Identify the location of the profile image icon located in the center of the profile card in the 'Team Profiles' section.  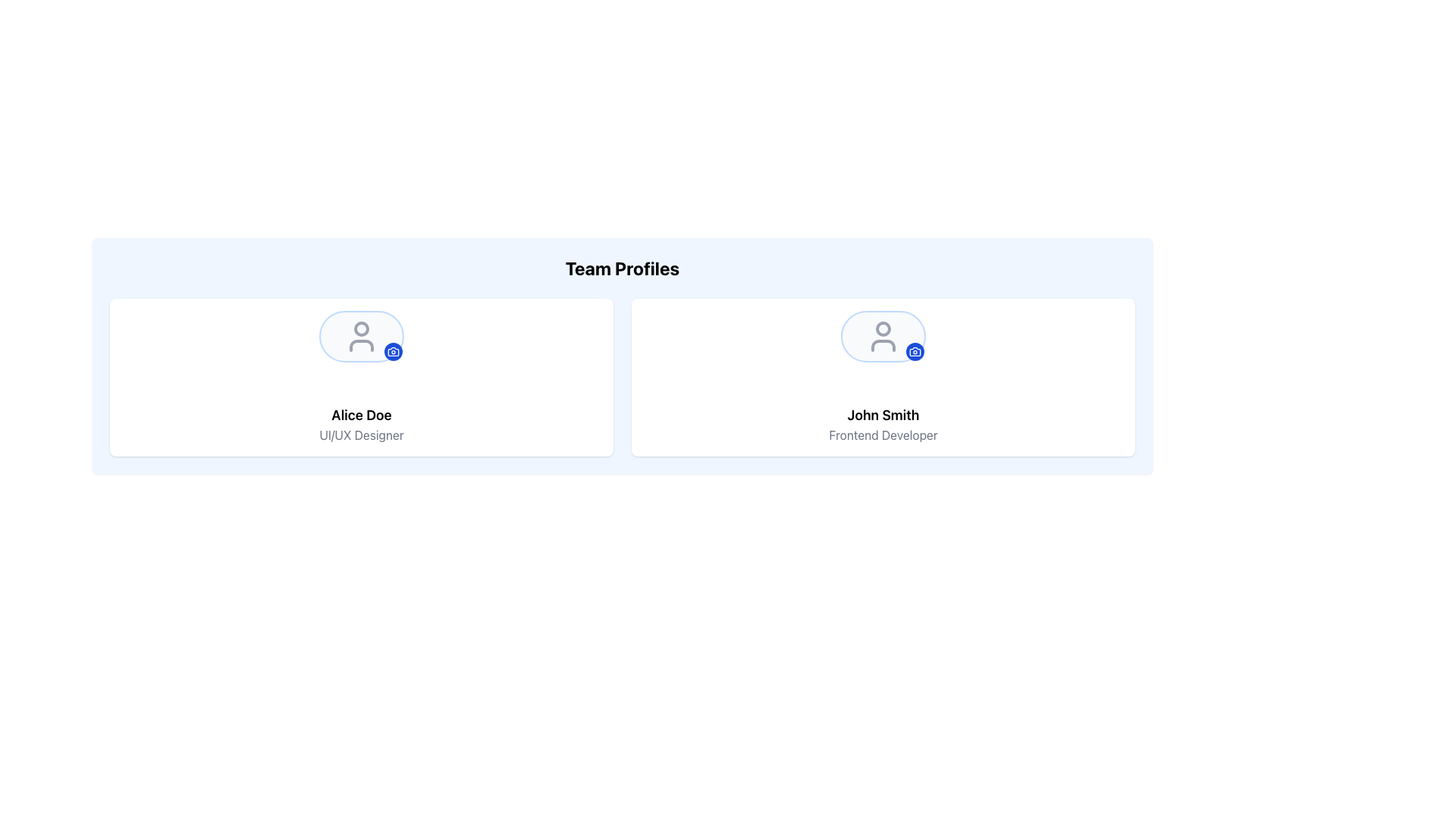
(883, 335).